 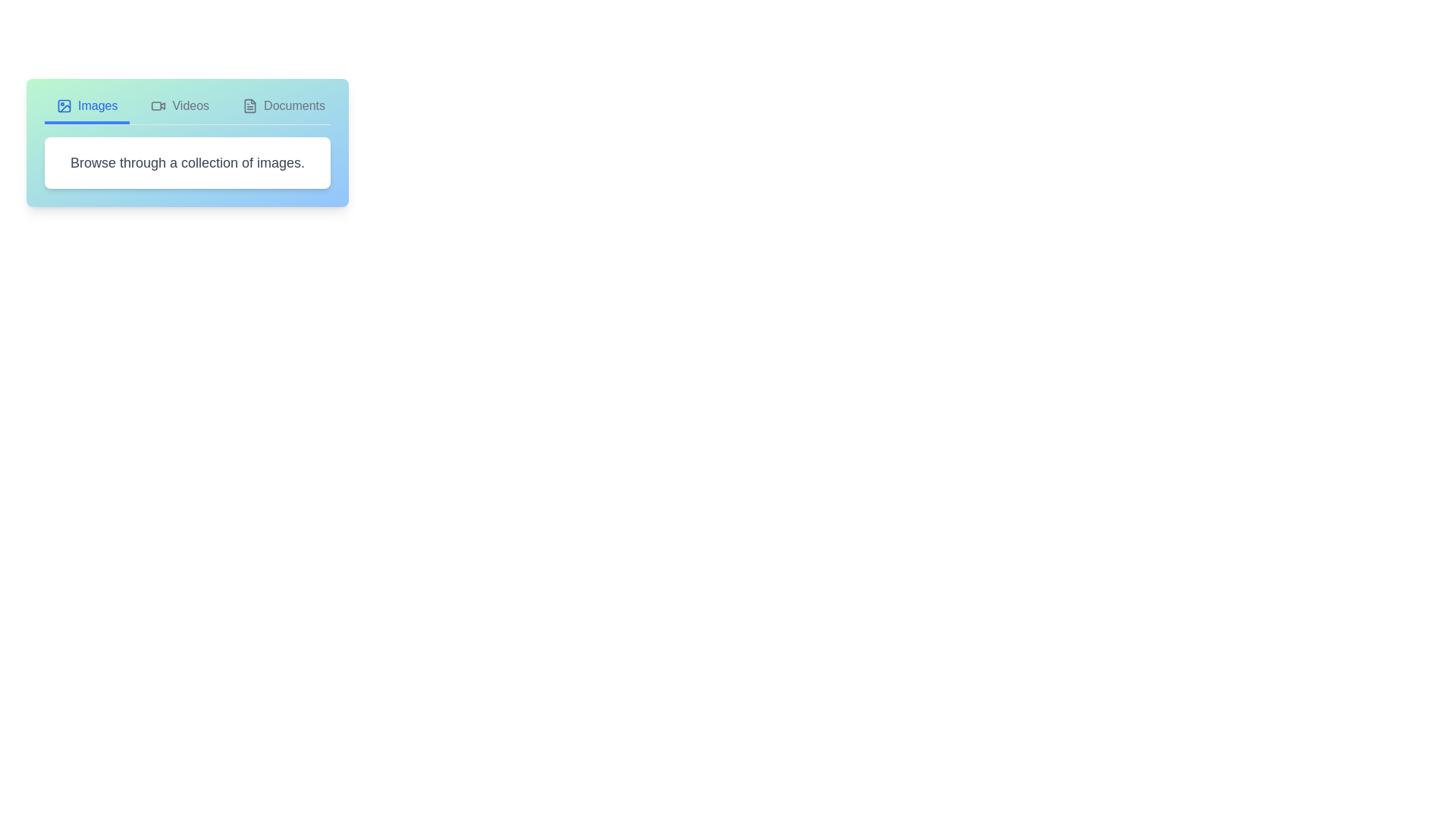 What do you see at coordinates (179, 110) in the screenshot?
I see `the Videos tab to switch to the corresponding view` at bounding box center [179, 110].